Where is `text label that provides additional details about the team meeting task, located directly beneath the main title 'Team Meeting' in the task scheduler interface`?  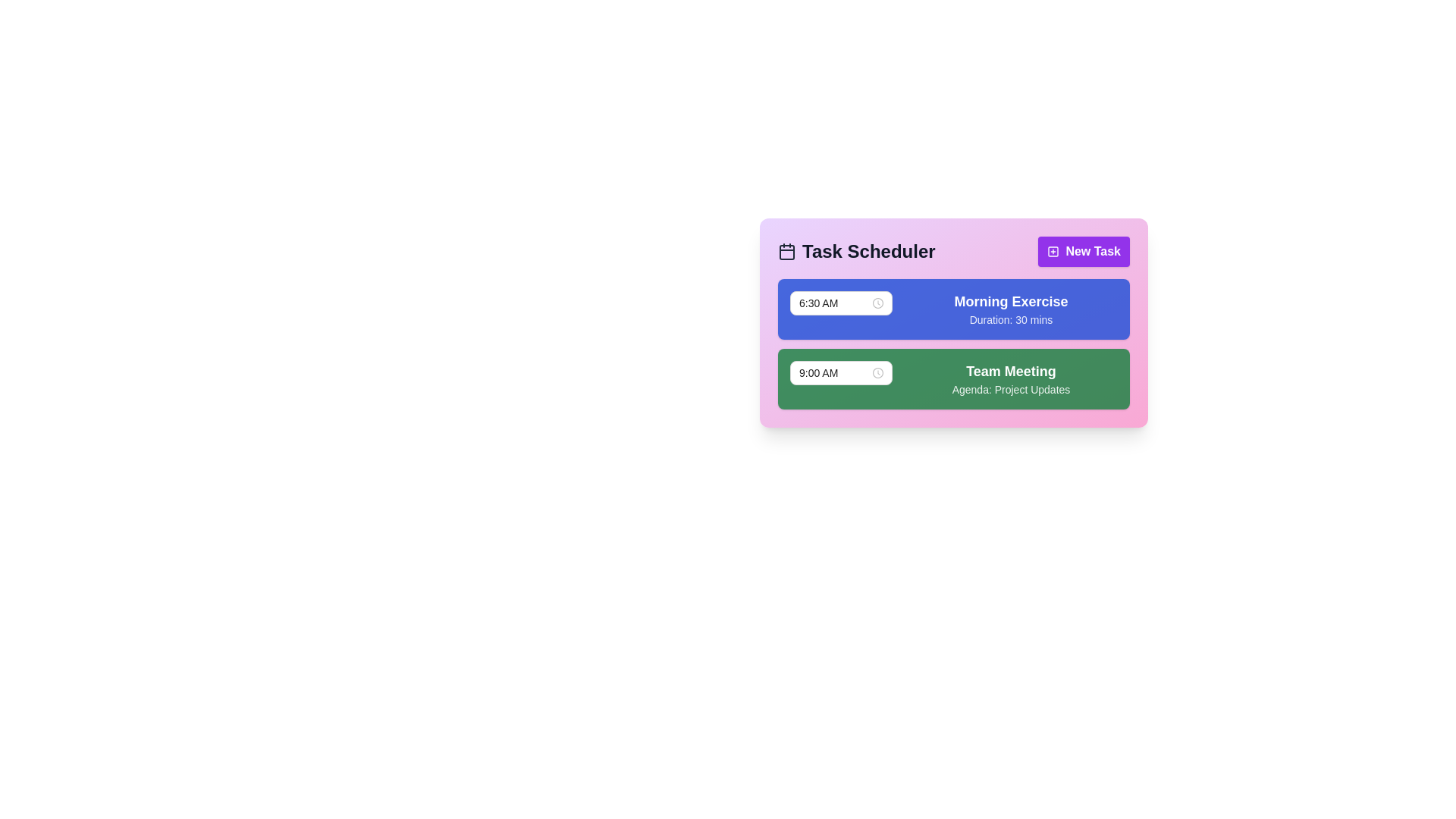 text label that provides additional details about the team meeting task, located directly beneath the main title 'Team Meeting' in the task scheduler interface is located at coordinates (1011, 388).